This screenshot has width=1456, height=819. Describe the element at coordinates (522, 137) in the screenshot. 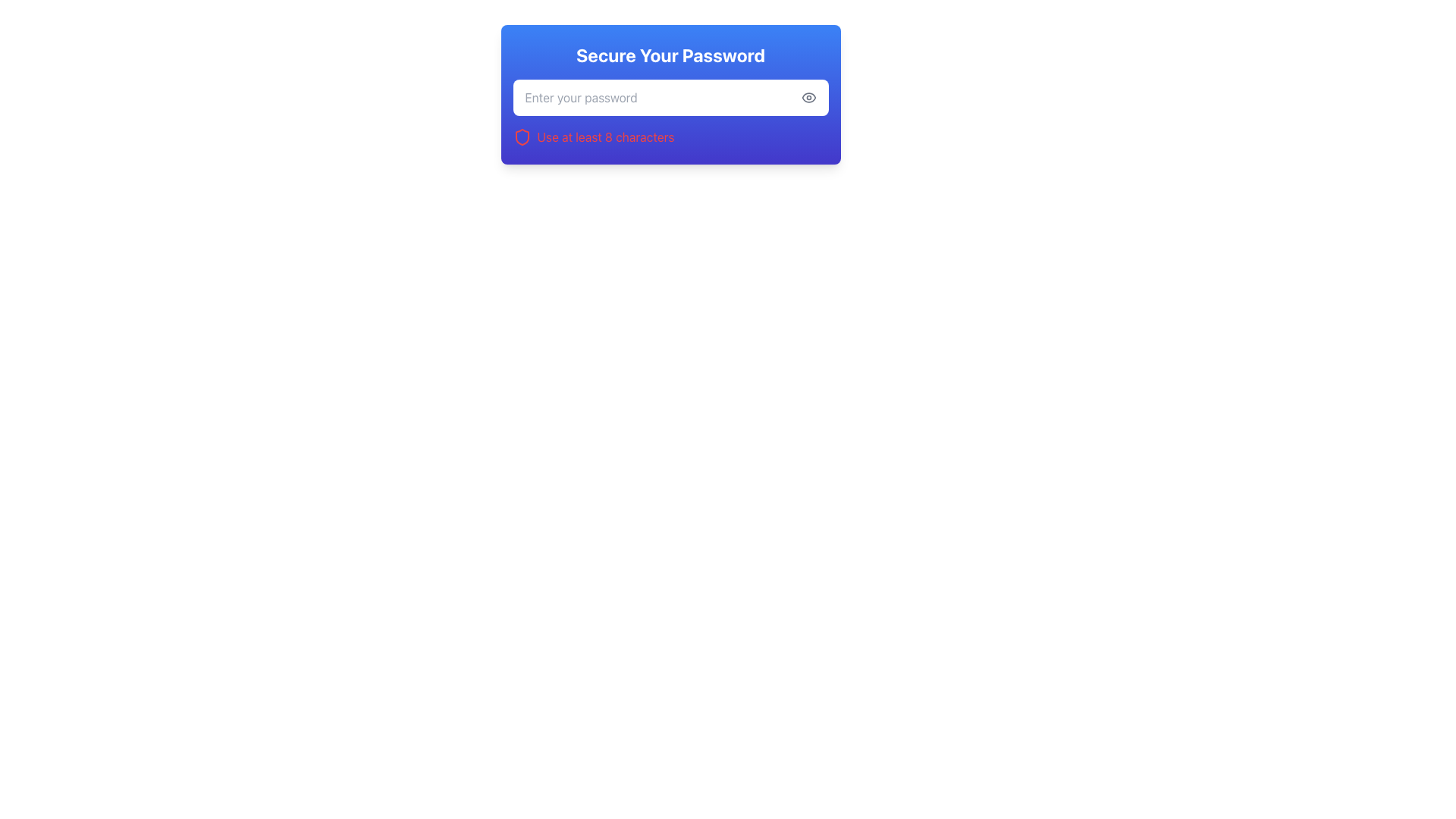

I see `the red shield-like icon located to the left of the 'Use at least 8 characters' warning message below the password input field` at that location.